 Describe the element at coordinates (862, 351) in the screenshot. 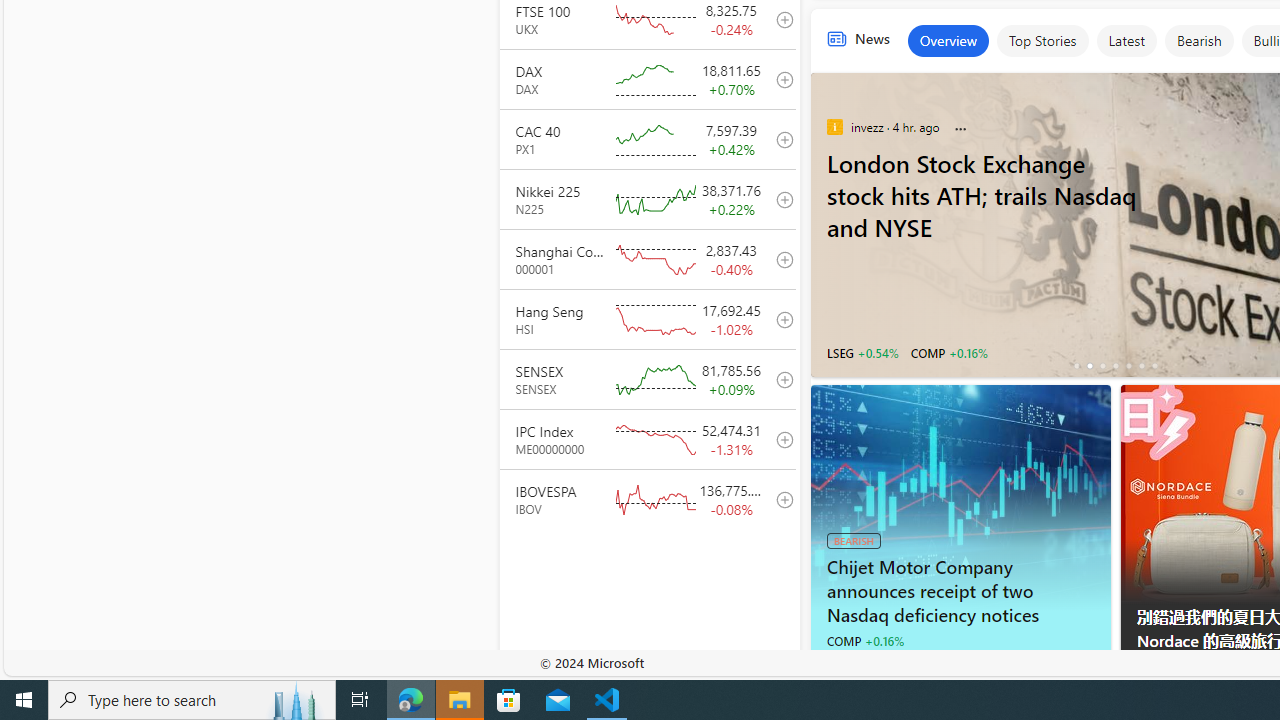

I see `'LSEG +0.54%'` at that location.